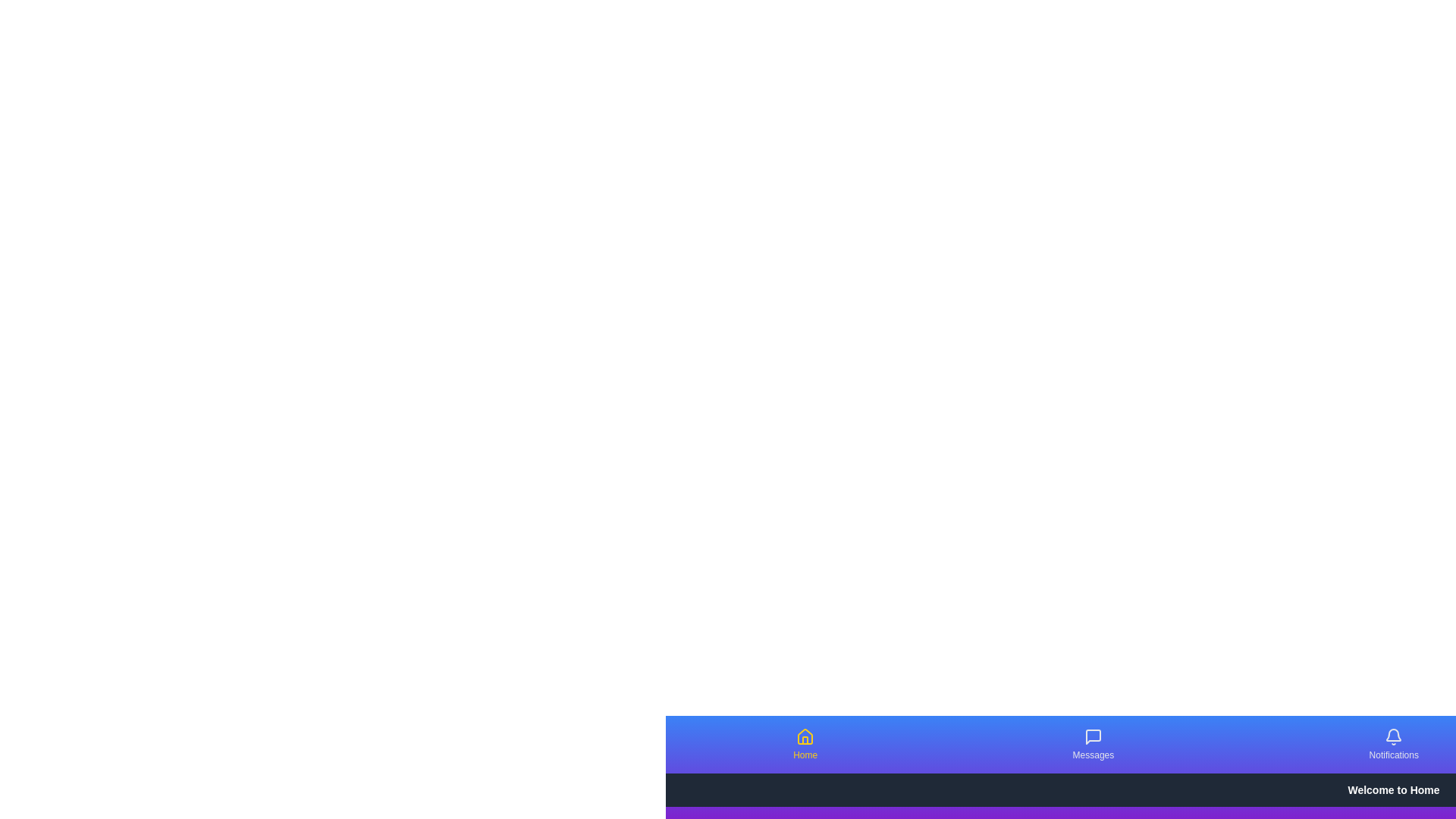  Describe the element at coordinates (1394, 736) in the screenshot. I see `the tab icon labeled Notifications` at that location.